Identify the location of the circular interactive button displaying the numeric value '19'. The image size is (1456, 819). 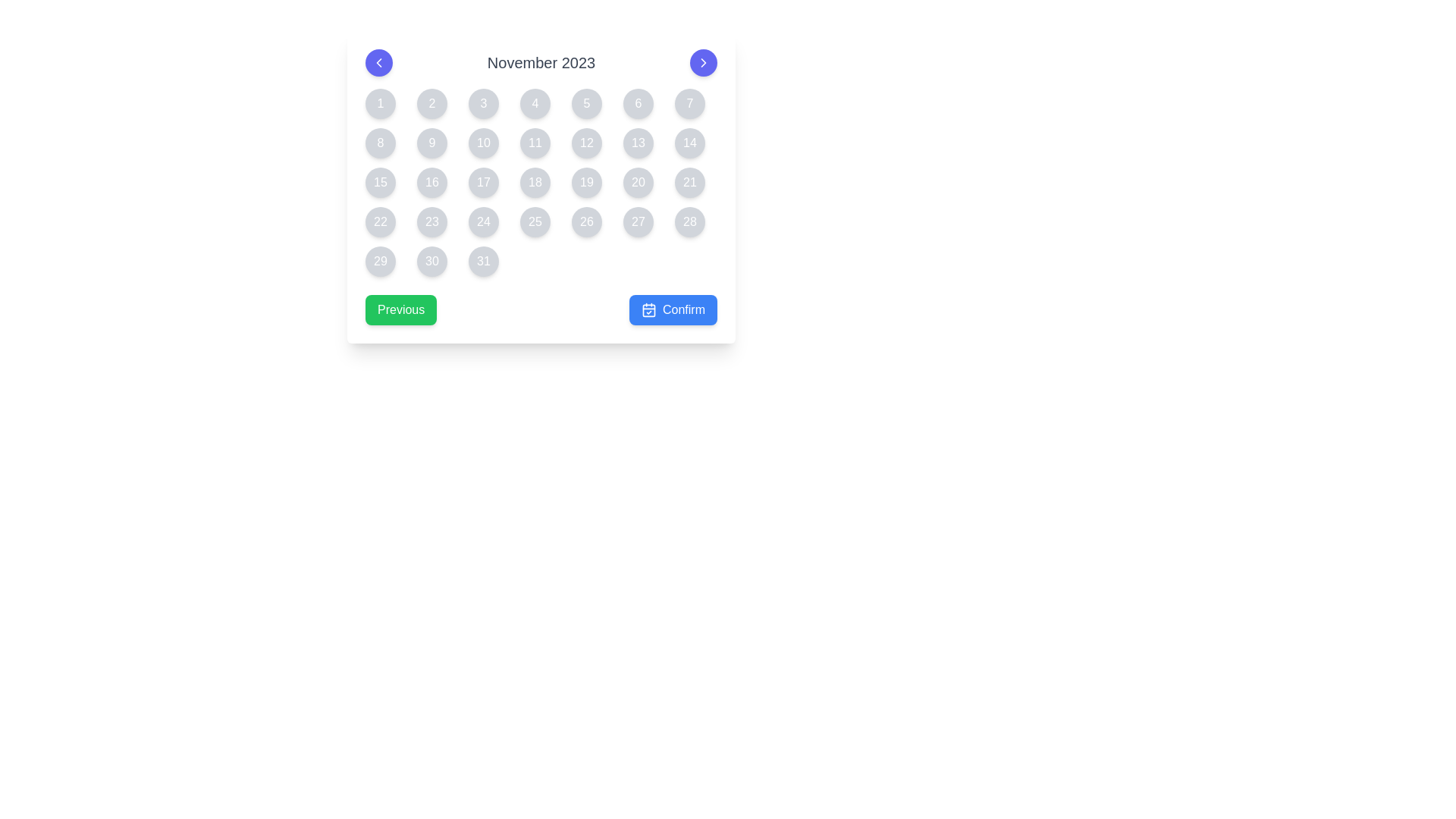
(585, 181).